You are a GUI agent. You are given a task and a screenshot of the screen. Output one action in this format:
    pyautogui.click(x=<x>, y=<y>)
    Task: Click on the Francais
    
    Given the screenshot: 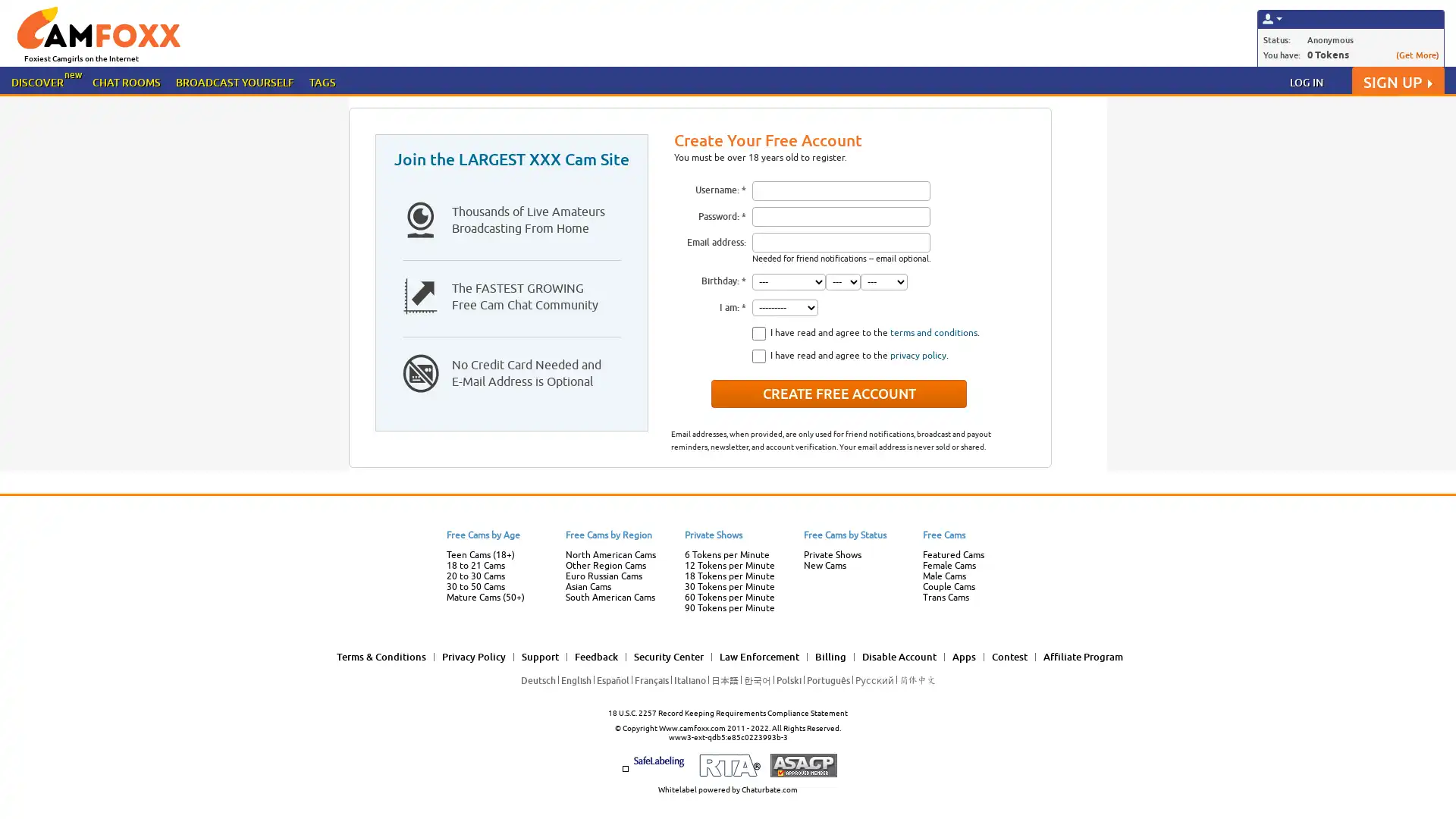 What is the action you would take?
    pyautogui.click(x=651, y=680)
    